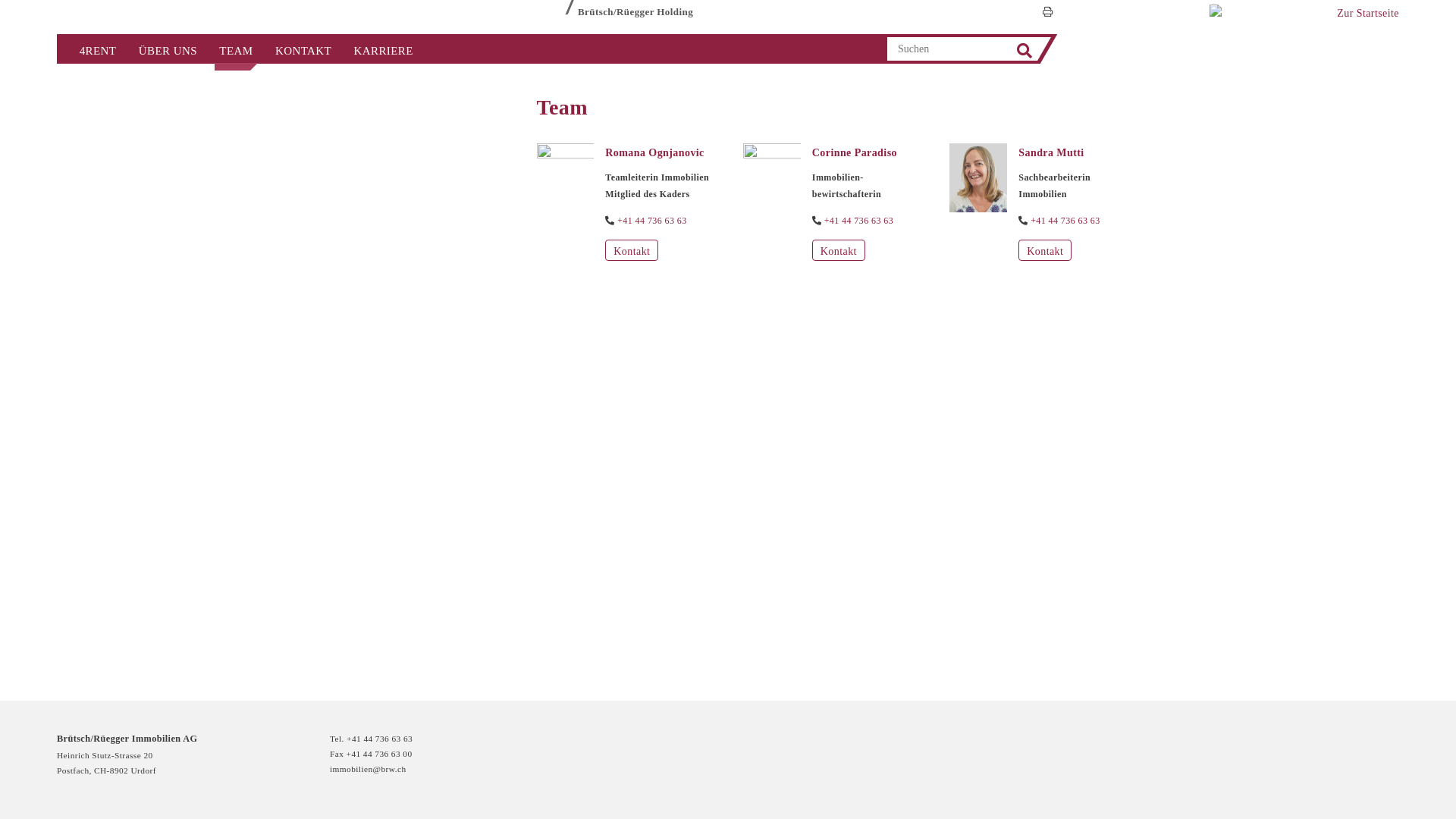 The image size is (1456, 819). What do you see at coordinates (303, 49) in the screenshot?
I see `'KONTAKT'` at bounding box center [303, 49].